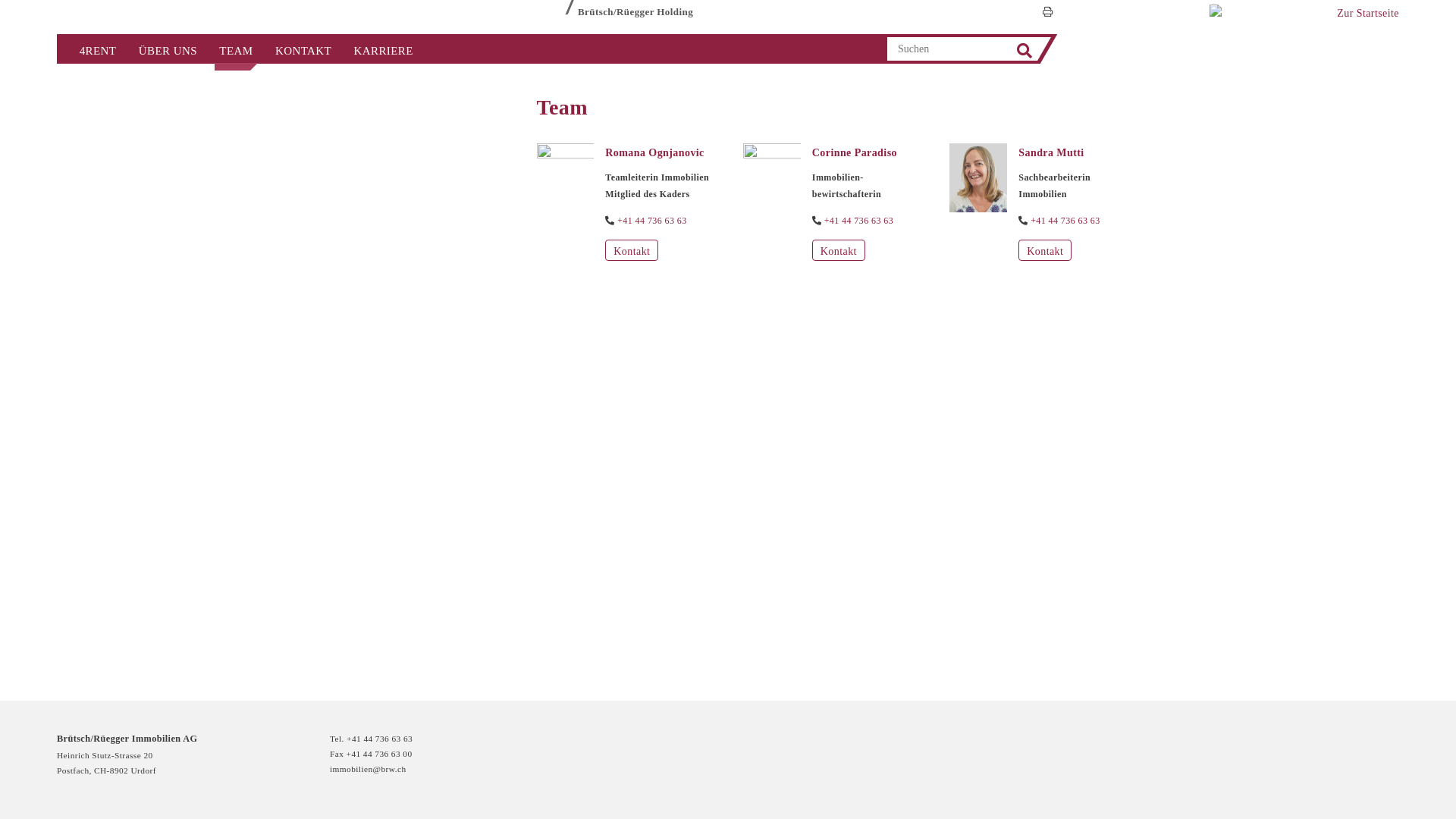 The image size is (1456, 819). What do you see at coordinates (303, 49) in the screenshot?
I see `'KONTAKT'` at bounding box center [303, 49].